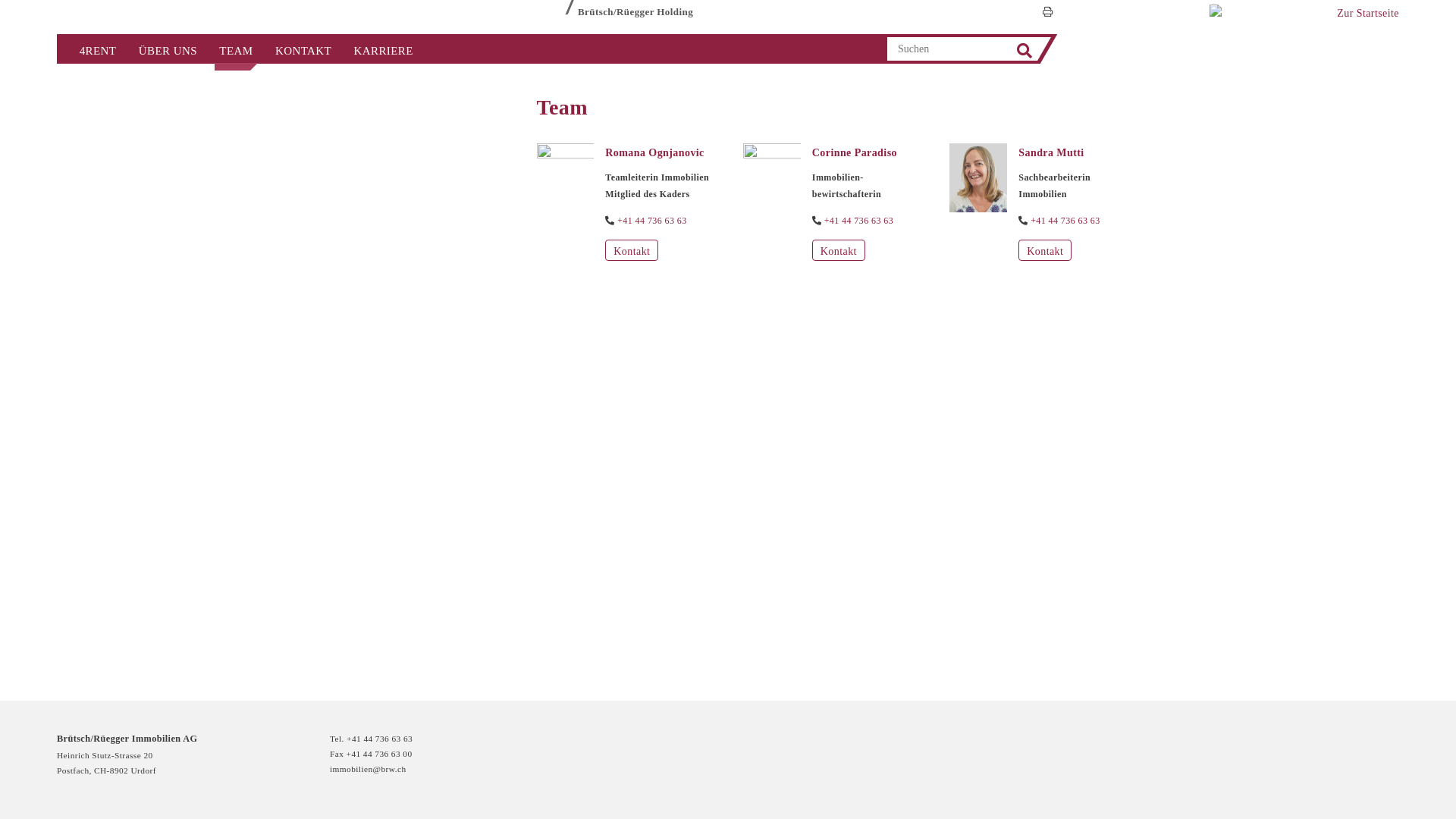 The image size is (1456, 819). What do you see at coordinates (303, 49) in the screenshot?
I see `'KONTAKT'` at bounding box center [303, 49].